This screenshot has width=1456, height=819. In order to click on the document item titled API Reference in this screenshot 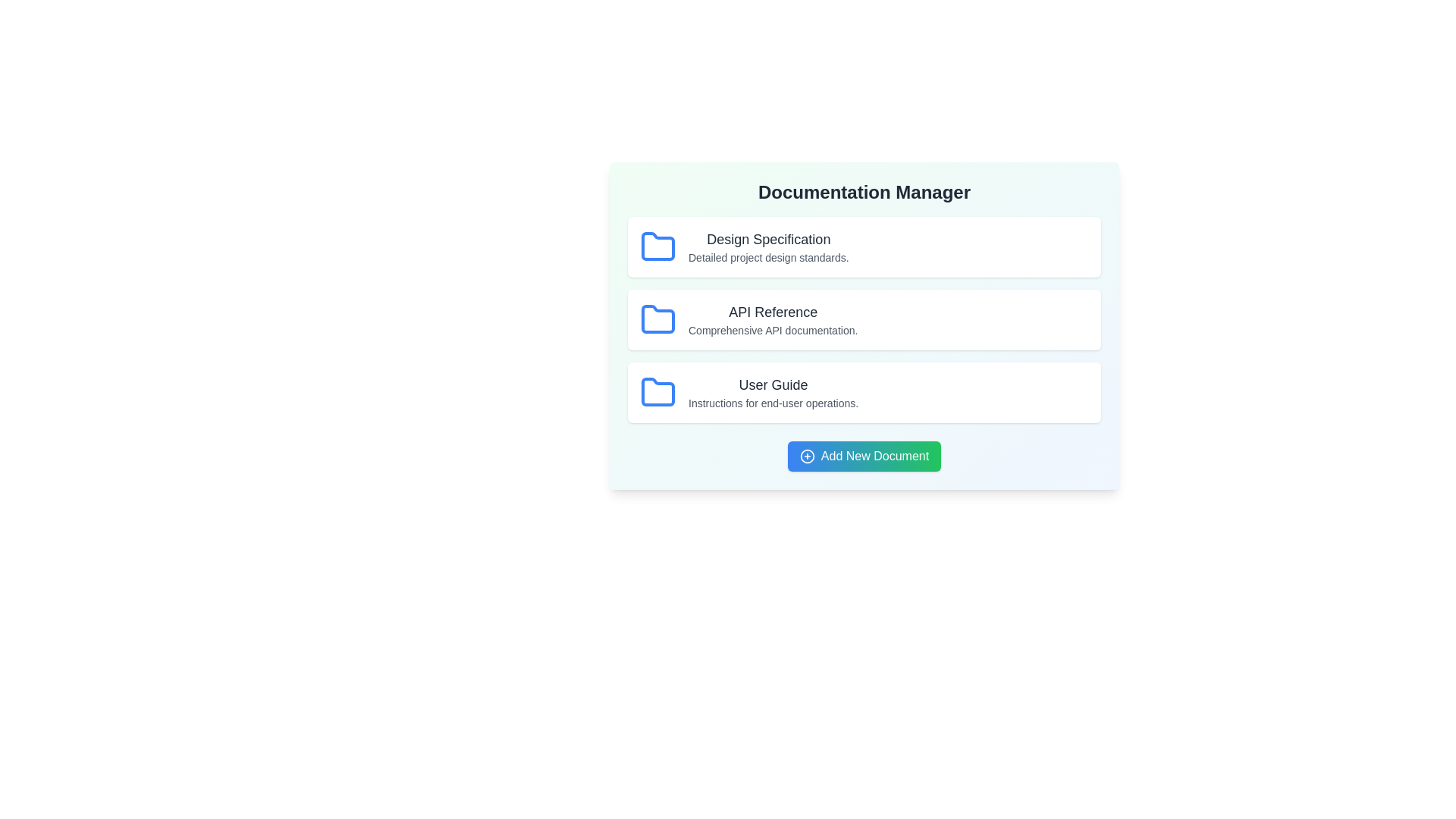, I will do `click(864, 318)`.